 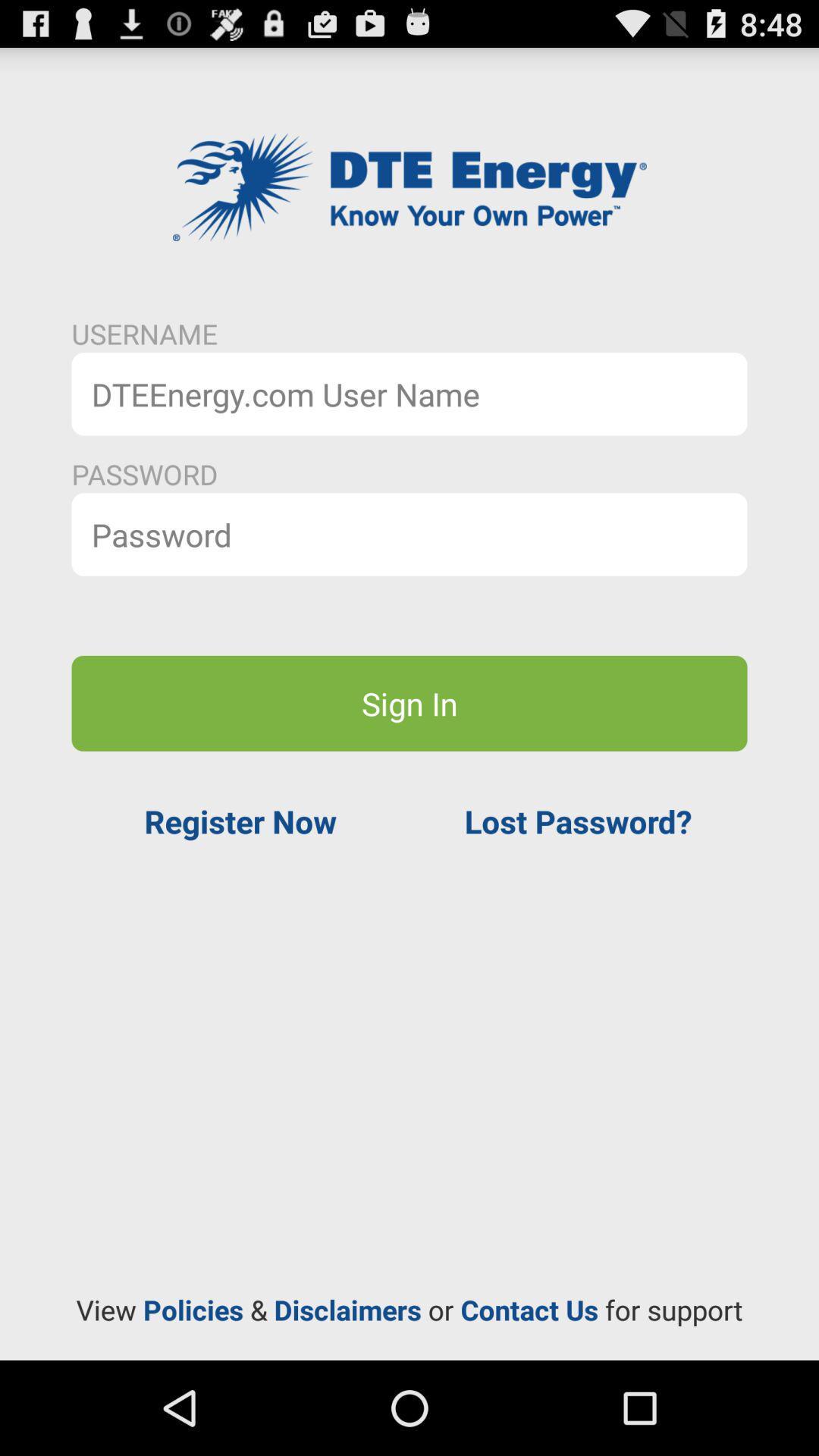 What do you see at coordinates (240, 821) in the screenshot?
I see `item above view policies disclaimers app` at bounding box center [240, 821].